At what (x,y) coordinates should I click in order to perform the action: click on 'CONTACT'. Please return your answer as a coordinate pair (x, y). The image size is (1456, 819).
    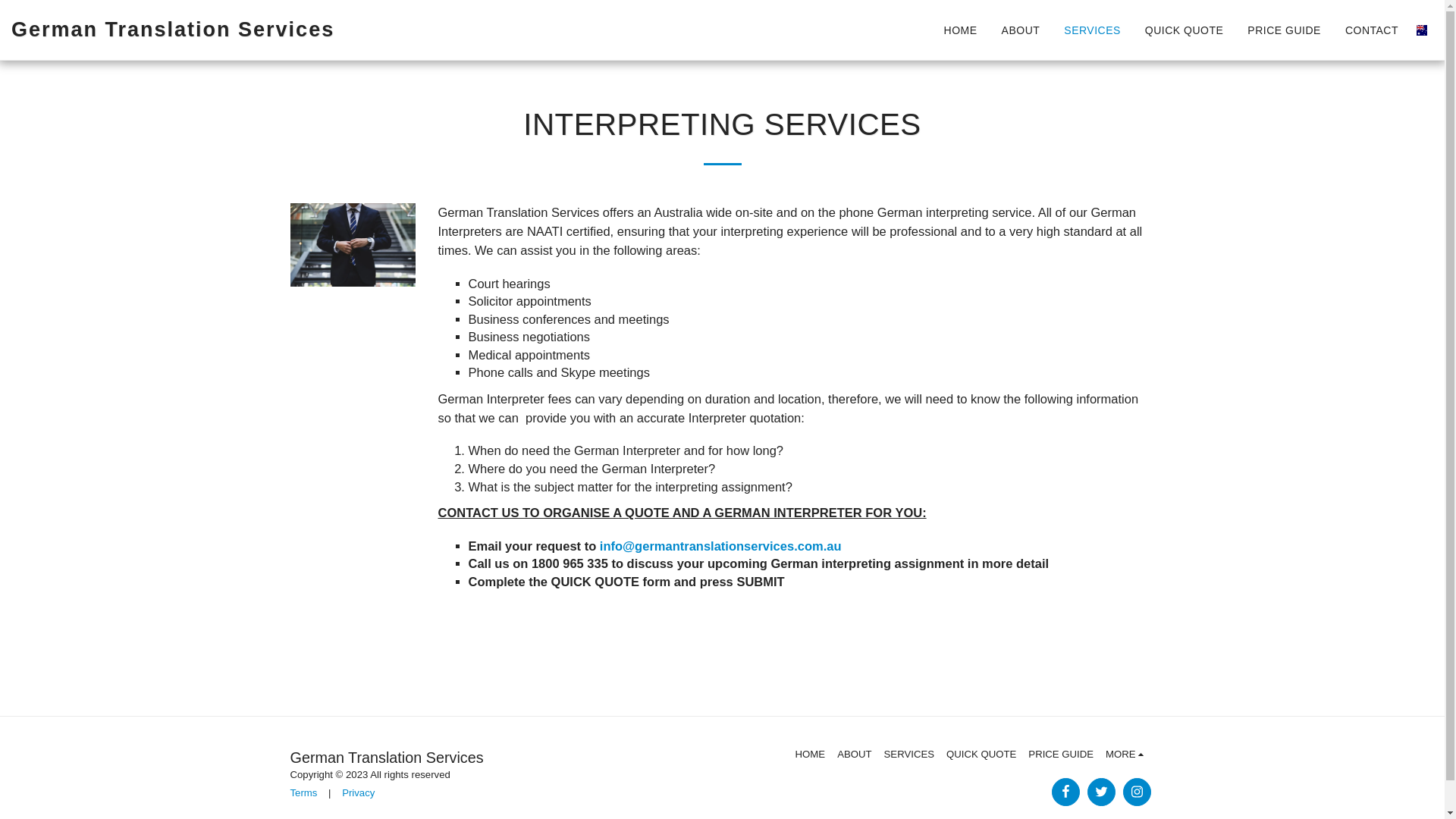
    Looking at the image, I should click on (1372, 30).